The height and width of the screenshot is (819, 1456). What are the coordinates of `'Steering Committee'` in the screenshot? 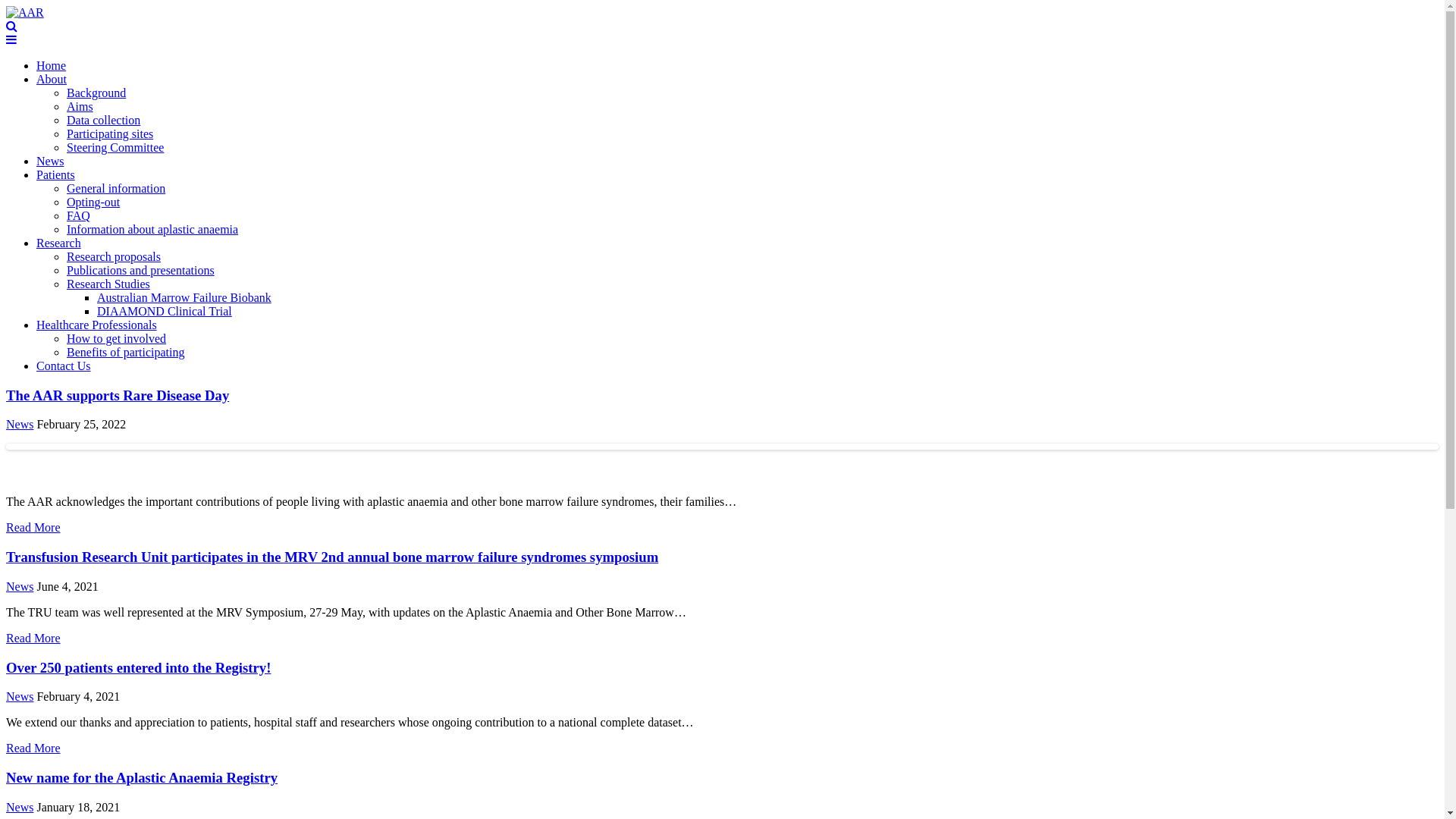 It's located at (115, 147).